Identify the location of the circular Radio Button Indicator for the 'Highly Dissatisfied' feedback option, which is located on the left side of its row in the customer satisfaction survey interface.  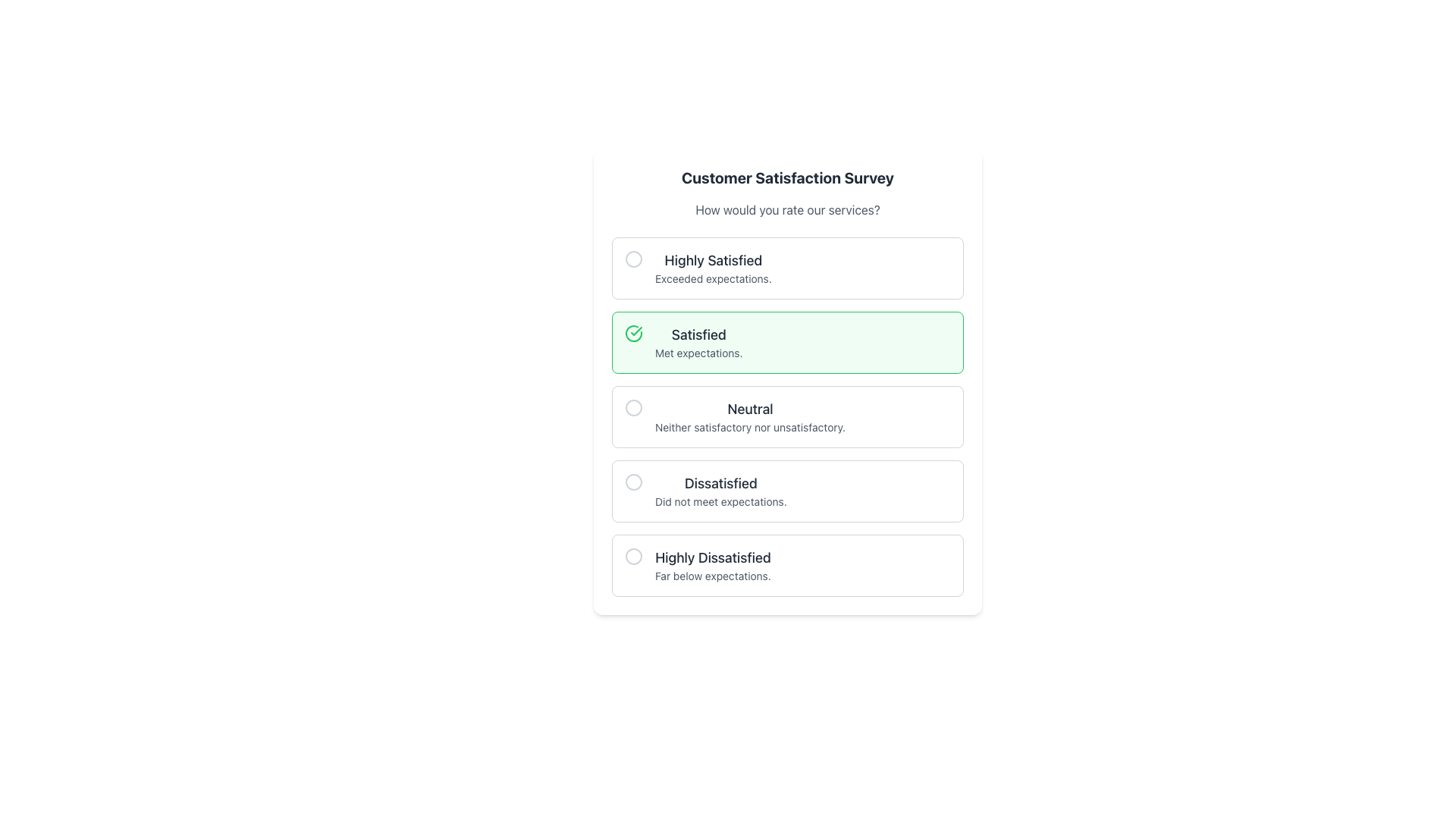
(633, 556).